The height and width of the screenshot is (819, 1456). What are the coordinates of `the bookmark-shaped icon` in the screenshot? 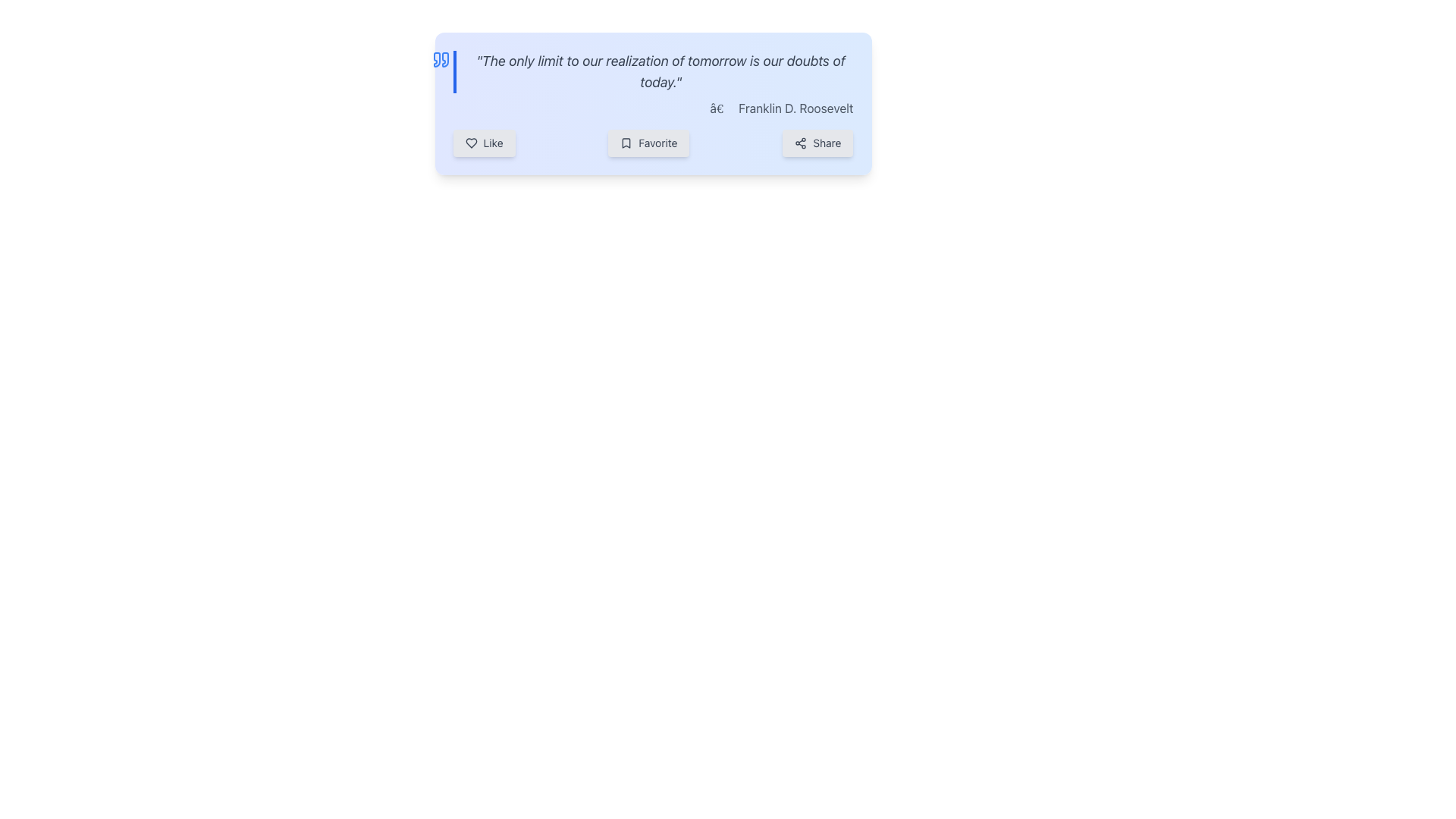 It's located at (626, 143).